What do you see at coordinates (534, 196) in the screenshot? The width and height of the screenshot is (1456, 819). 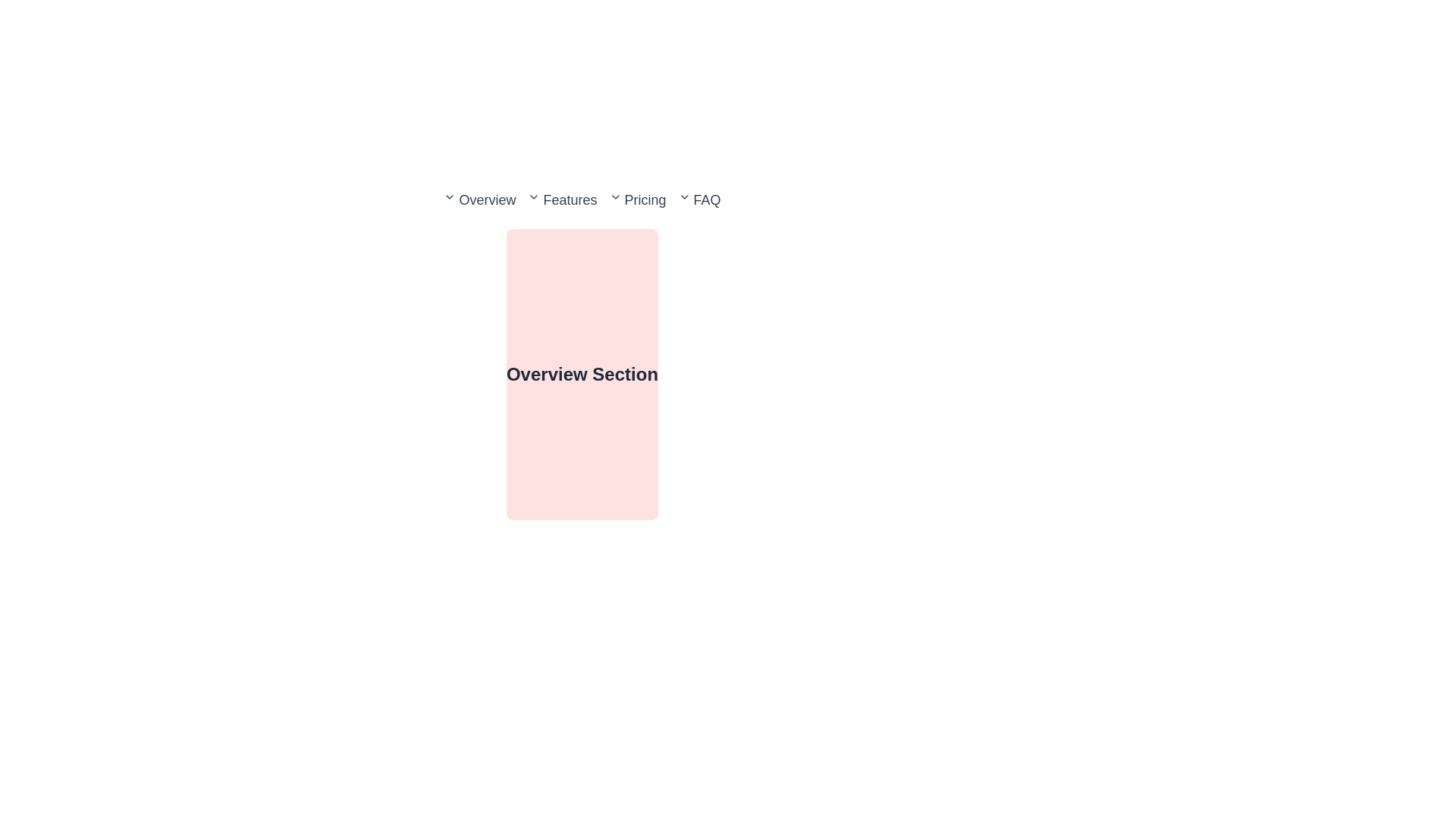 I see `the chevron-down icon located next to the text 'Features'` at bounding box center [534, 196].